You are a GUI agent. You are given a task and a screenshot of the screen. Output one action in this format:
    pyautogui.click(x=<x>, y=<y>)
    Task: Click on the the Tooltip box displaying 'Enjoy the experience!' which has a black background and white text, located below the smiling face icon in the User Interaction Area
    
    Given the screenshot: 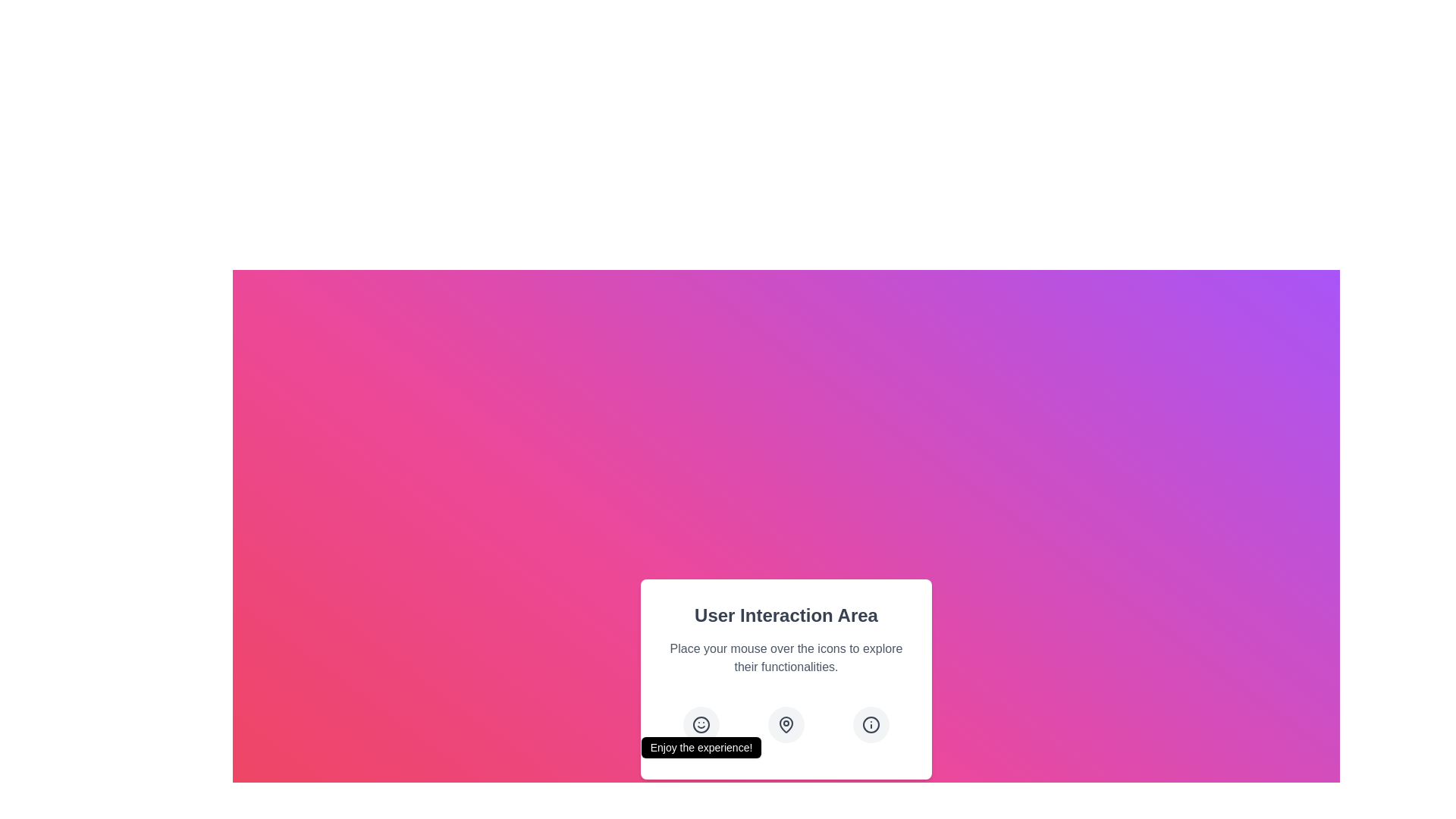 What is the action you would take?
    pyautogui.click(x=701, y=747)
    